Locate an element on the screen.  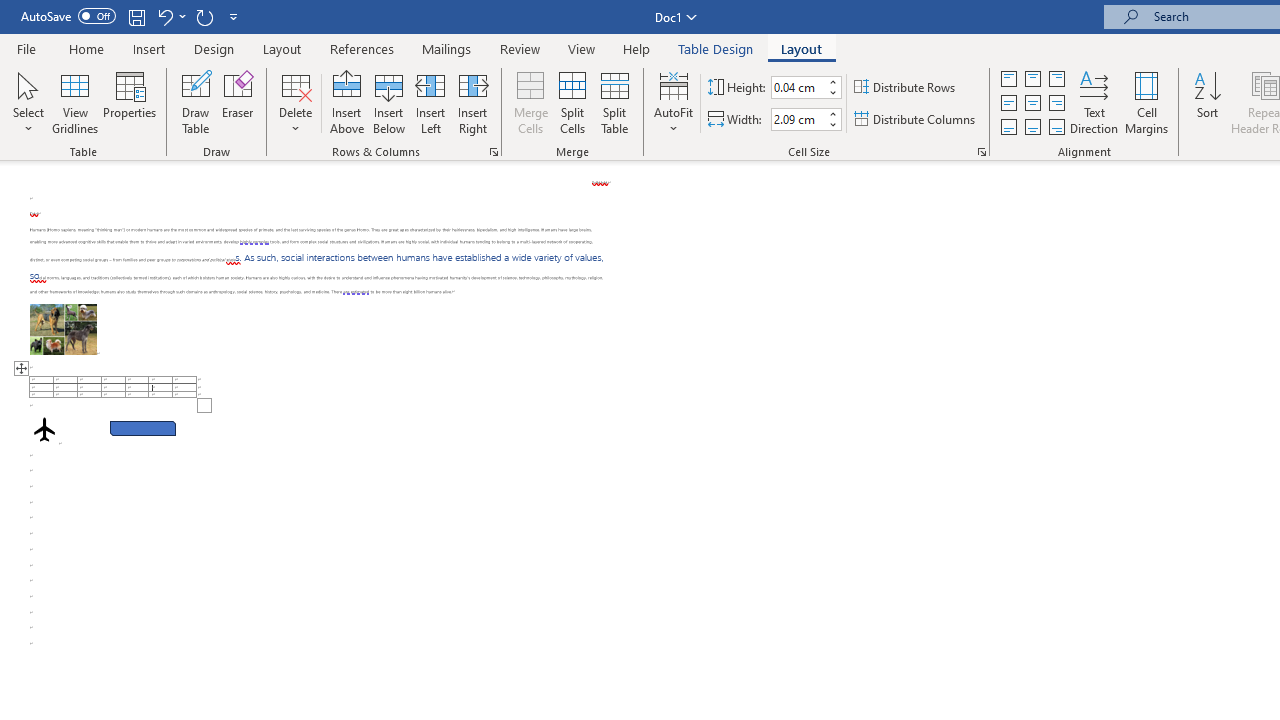
'Text Direction' is located at coordinates (1093, 103).